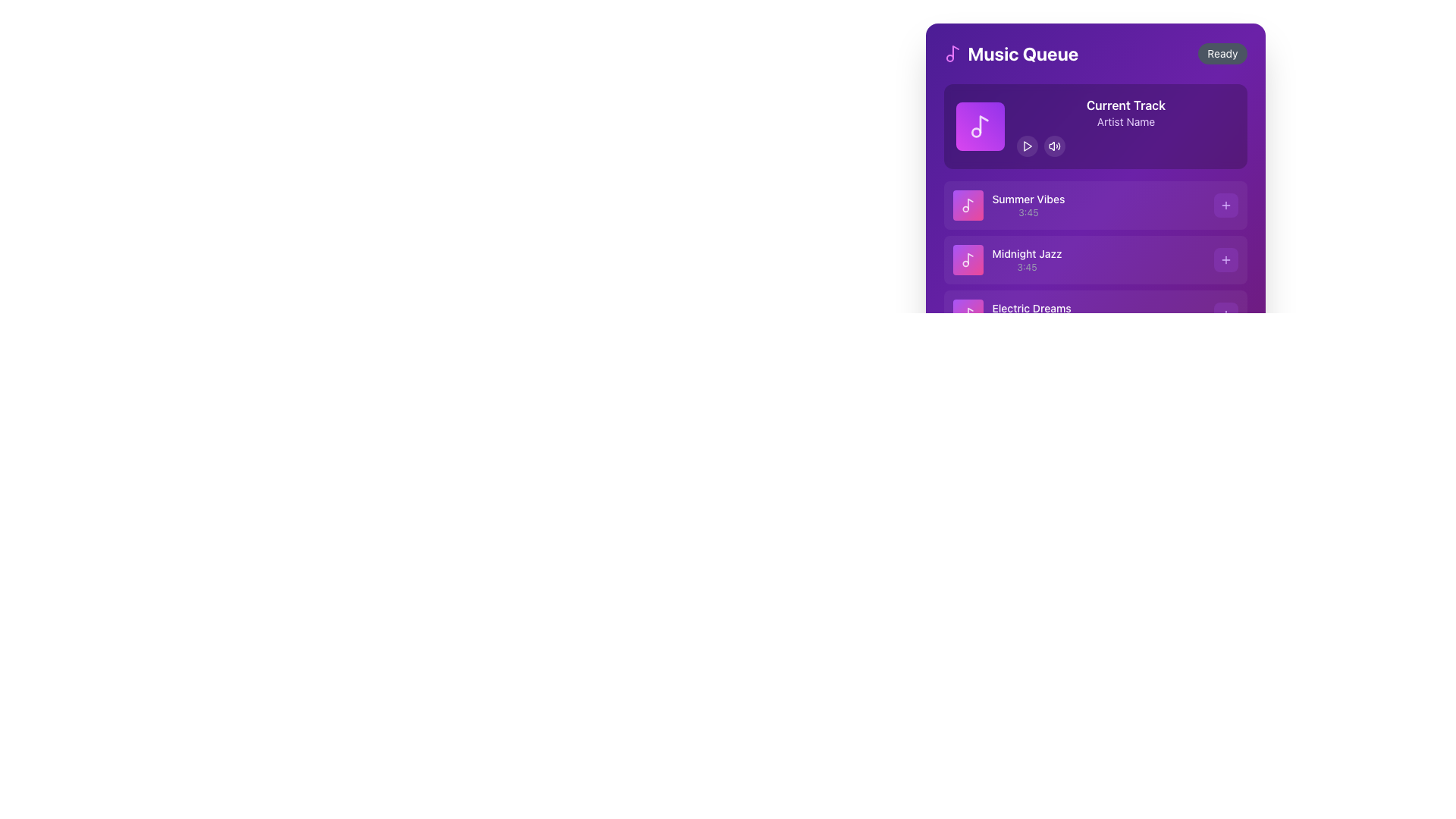  Describe the element at coordinates (1027, 146) in the screenshot. I see `the icon-based play button located near the top section of the purple music queue interface` at that location.